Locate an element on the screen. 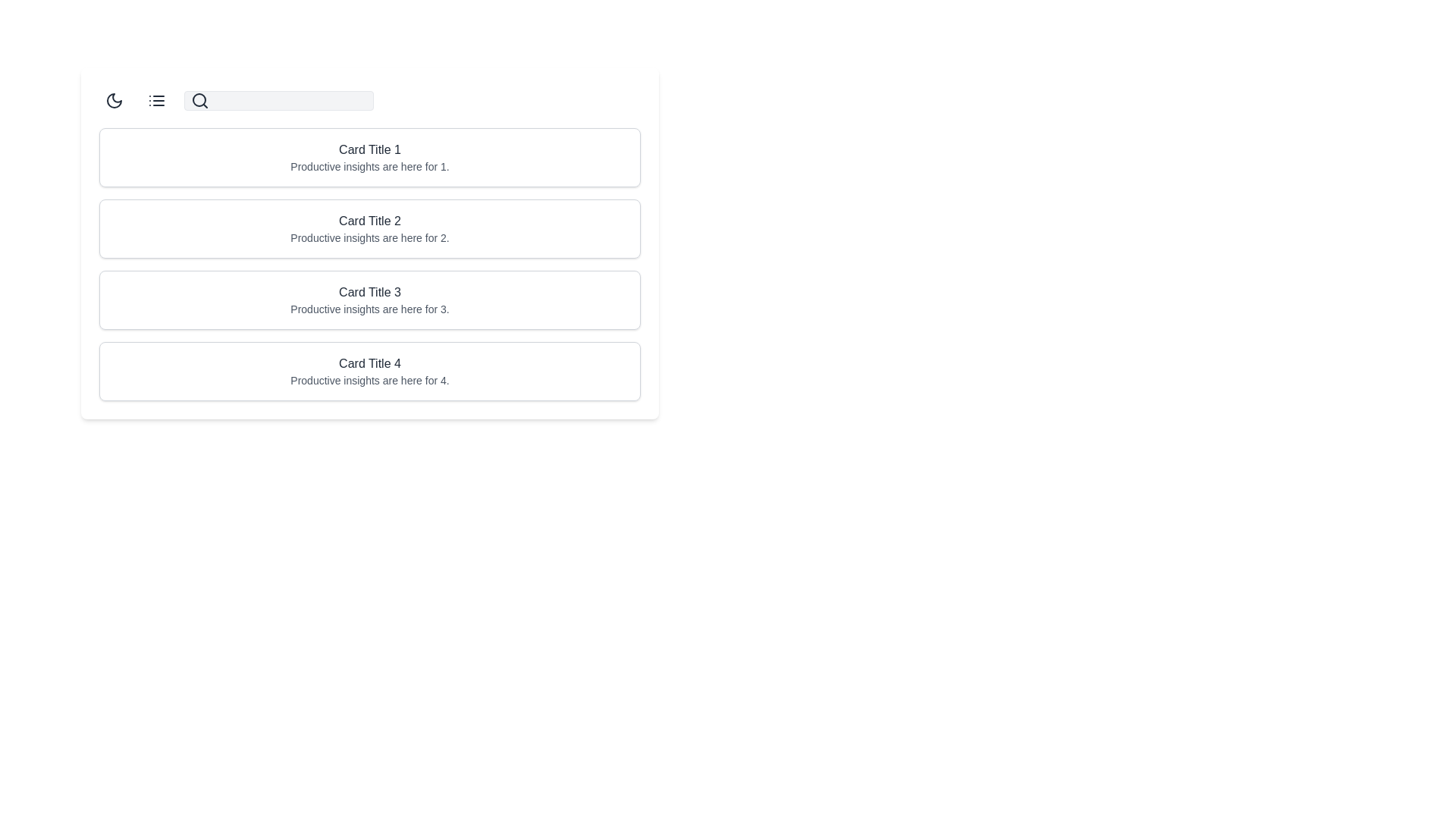 Image resolution: width=1456 pixels, height=819 pixels. the search bar located near the top center of the interface, positioned after two rounded icons, to focus on it is located at coordinates (279, 100).